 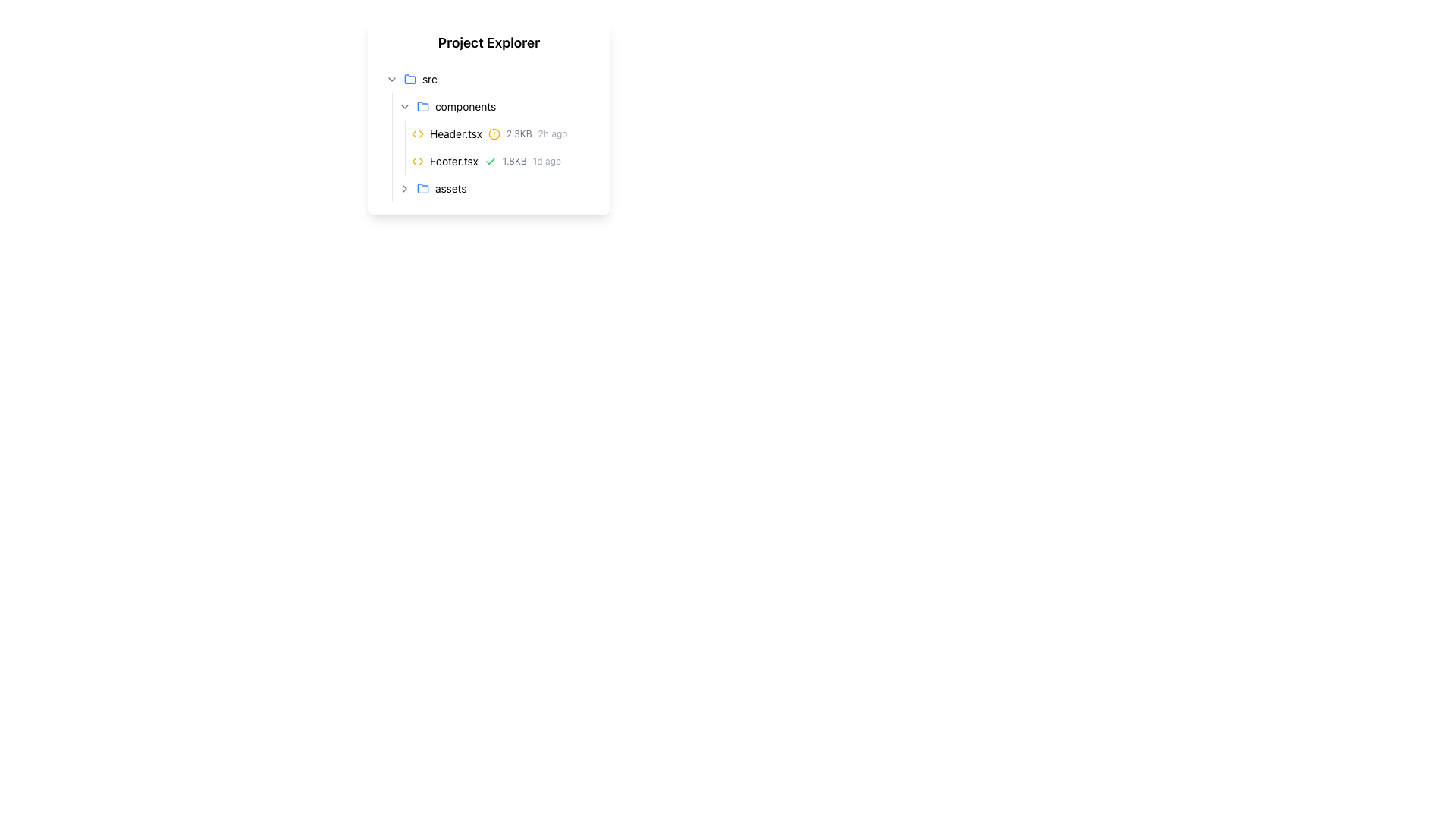 I want to click on displayed information from the informational label indicating metadata for the 'Footer.tsx' file, which shows its size and modification time, so click(x=522, y=161).